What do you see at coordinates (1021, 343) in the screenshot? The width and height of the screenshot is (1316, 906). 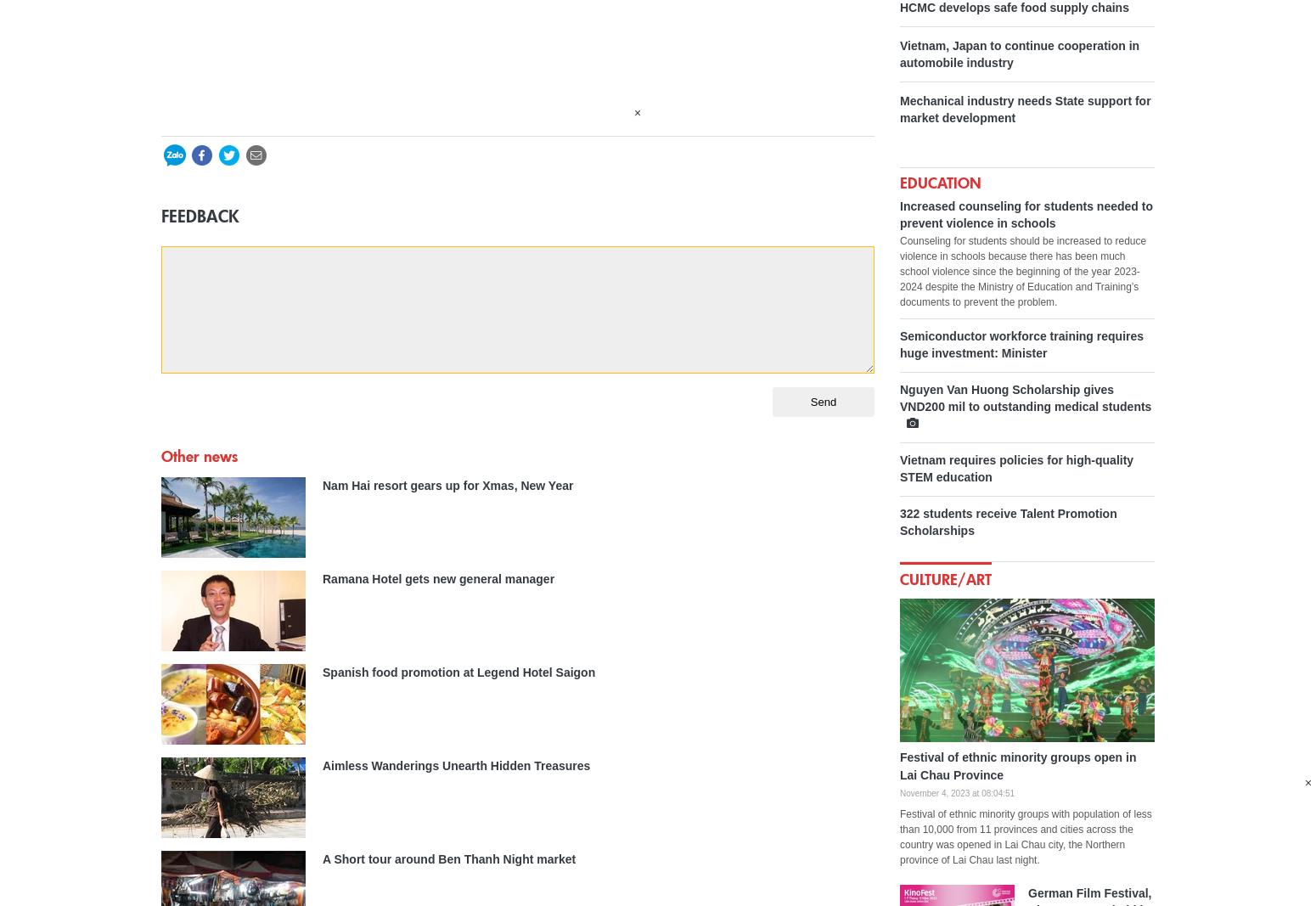 I see `'Semiconductor workforce training requires huge investment: Minister'` at bounding box center [1021, 343].